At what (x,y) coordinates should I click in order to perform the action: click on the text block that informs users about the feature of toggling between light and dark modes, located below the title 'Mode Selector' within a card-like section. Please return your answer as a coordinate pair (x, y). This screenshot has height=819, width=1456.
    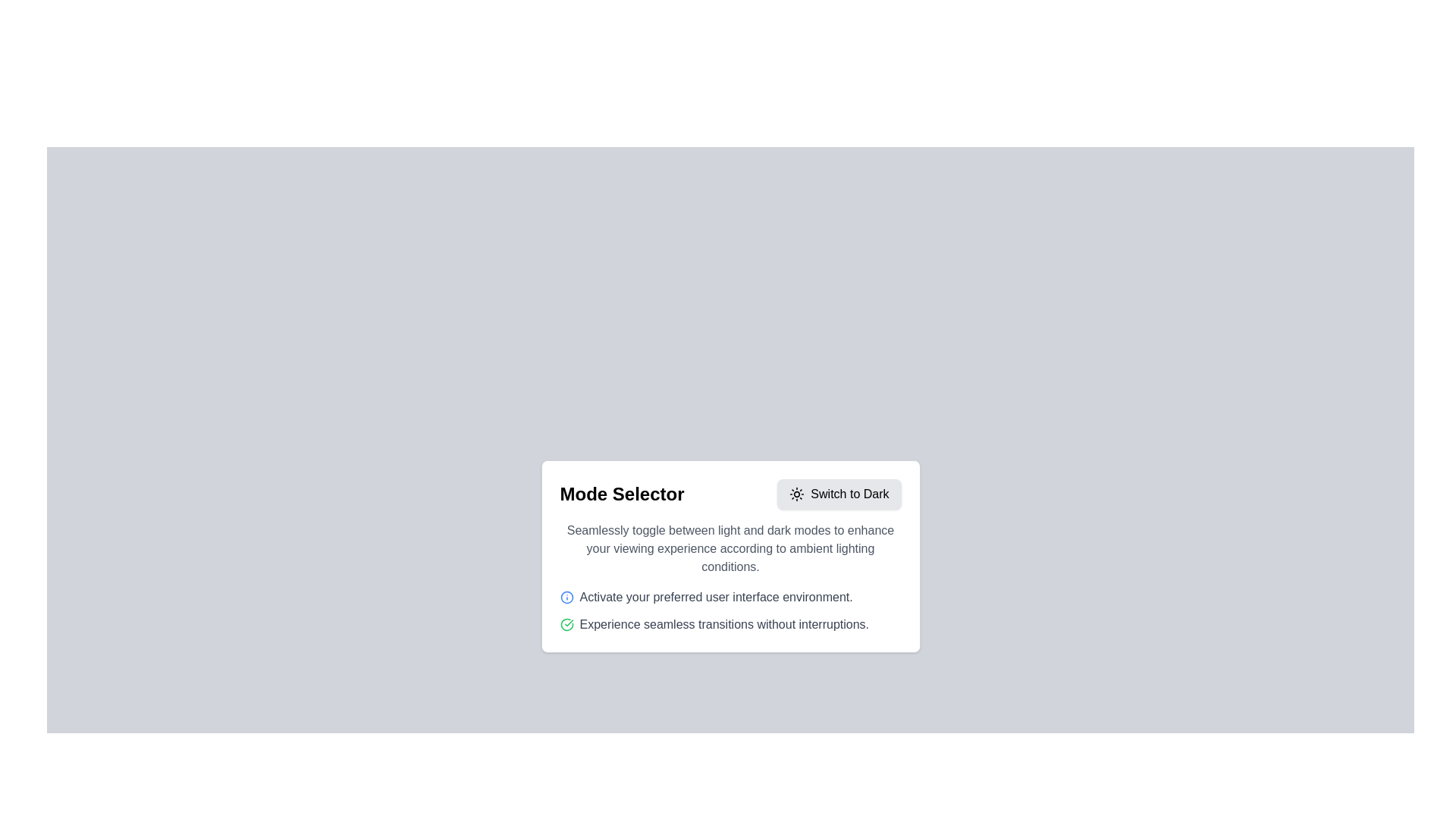
    Looking at the image, I should click on (730, 549).